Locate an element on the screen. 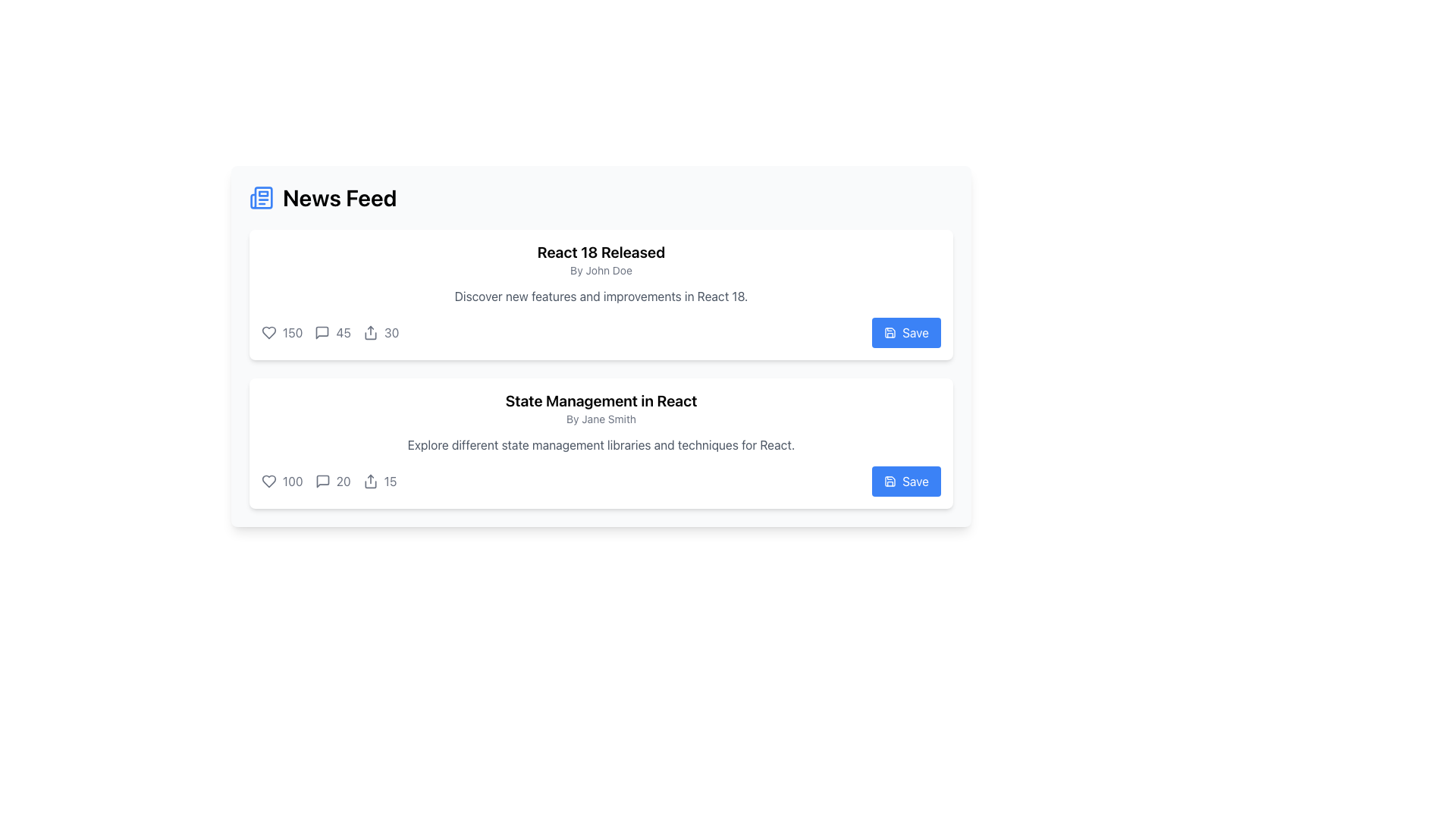  the heart-shaped icon with a hollow center and a gray outline to like the post titled 'State Management in React' is located at coordinates (269, 482).